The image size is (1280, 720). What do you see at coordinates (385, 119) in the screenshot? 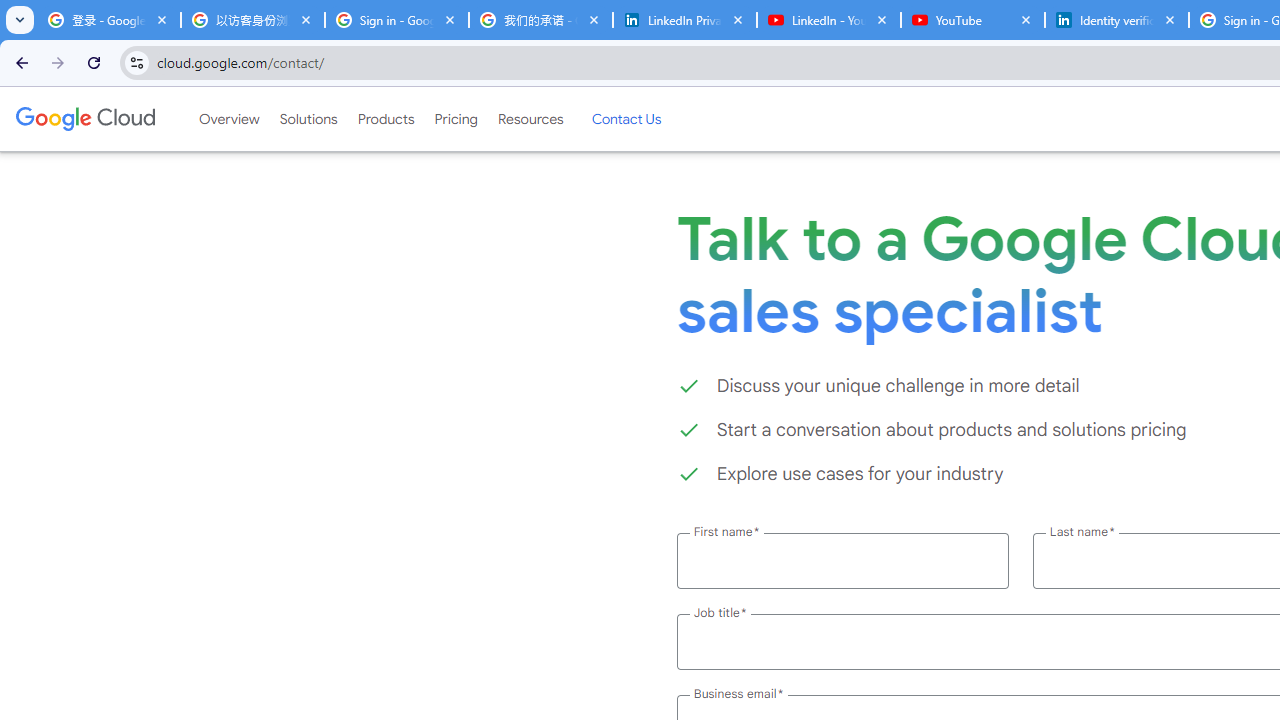
I see `'Products'` at bounding box center [385, 119].